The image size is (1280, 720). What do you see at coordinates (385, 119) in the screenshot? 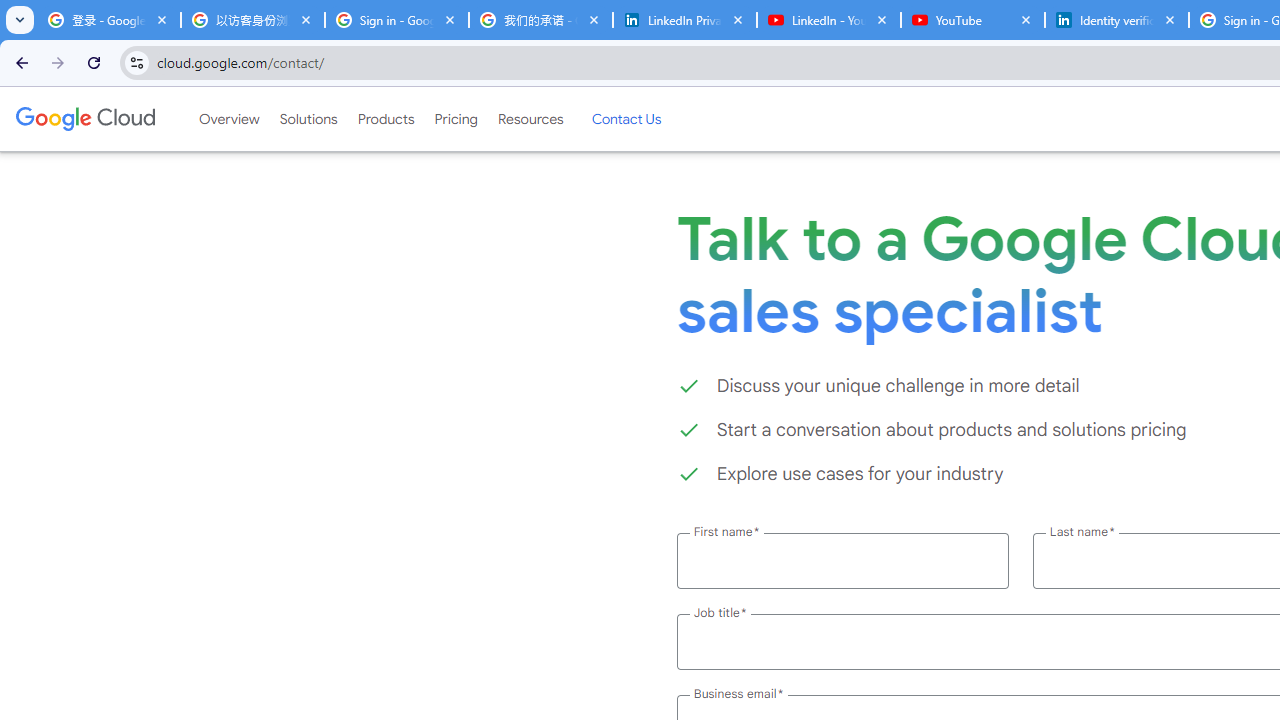
I see `'Products'` at bounding box center [385, 119].